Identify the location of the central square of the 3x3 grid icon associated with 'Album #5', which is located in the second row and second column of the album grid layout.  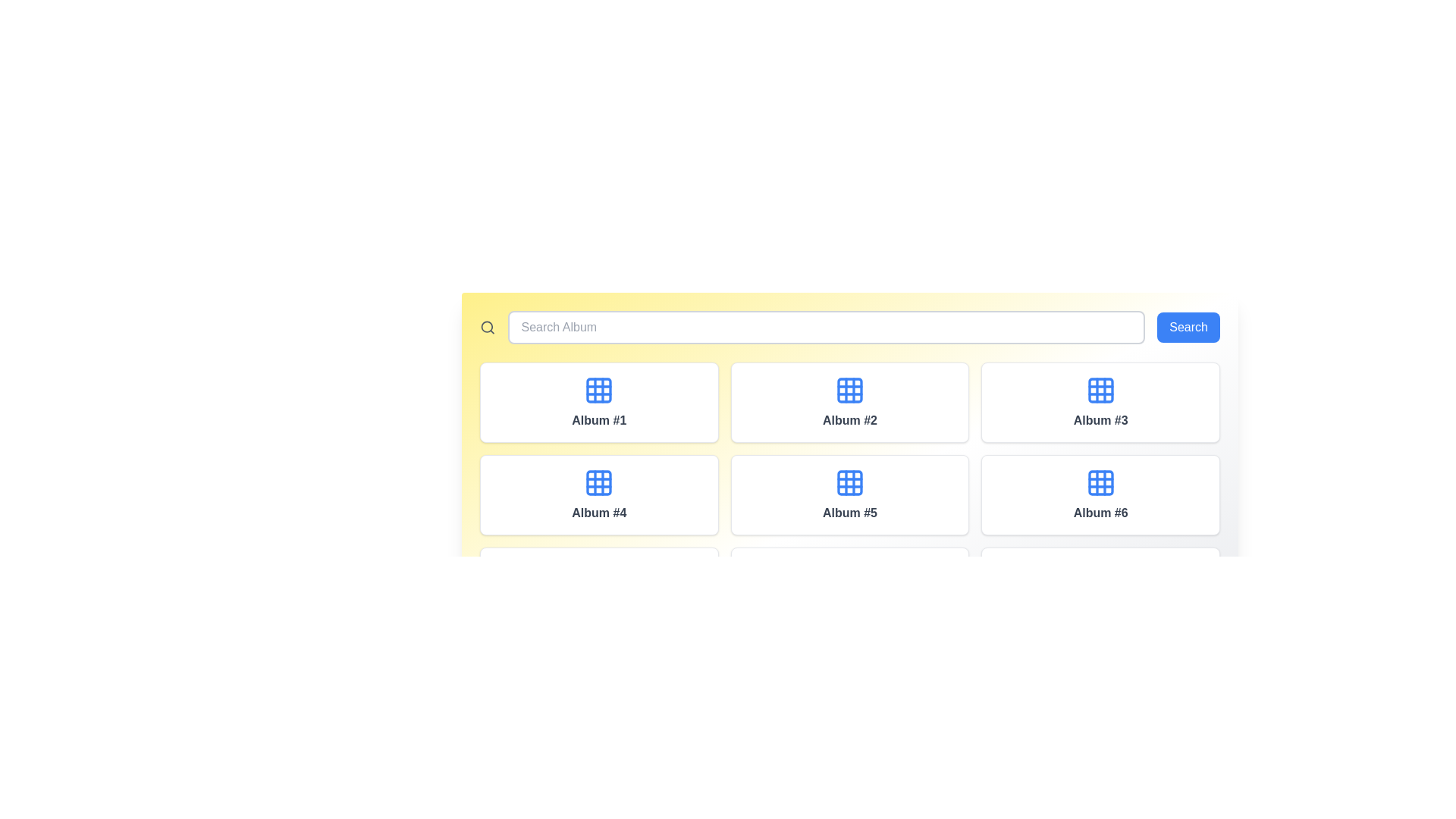
(849, 482).